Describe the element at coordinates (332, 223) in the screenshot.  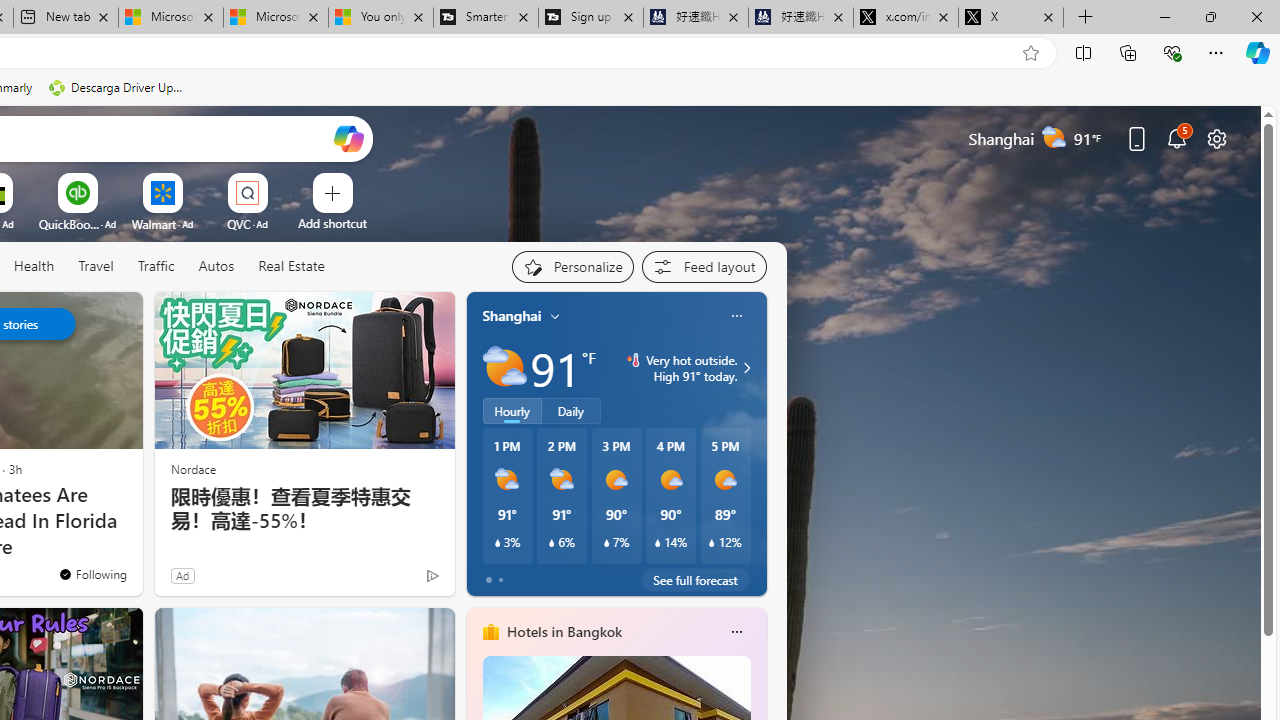
I see `'Add a site'` at that location.